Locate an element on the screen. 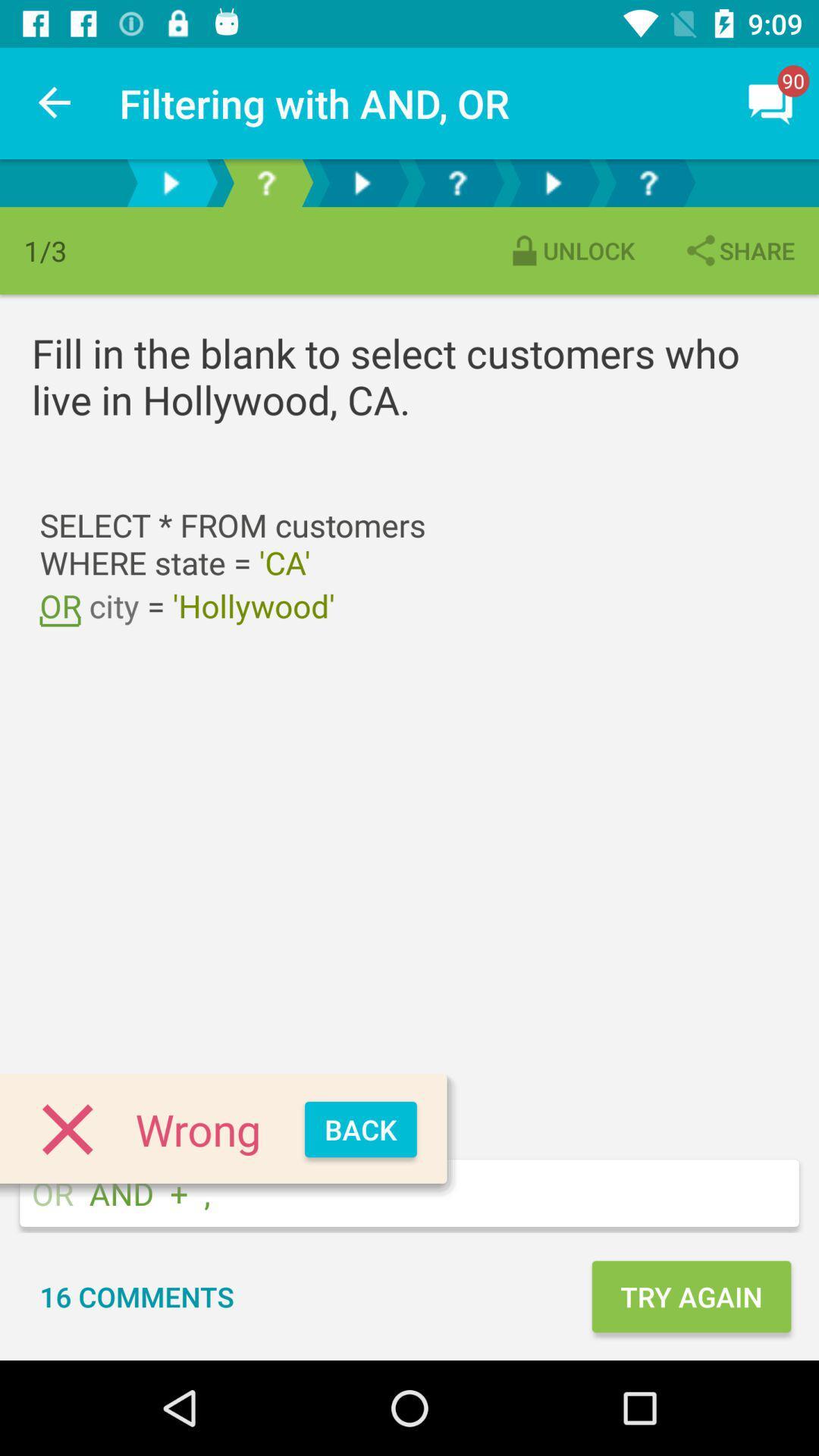  the icon next to the 16 comments is located at coordinates (691, 1295).